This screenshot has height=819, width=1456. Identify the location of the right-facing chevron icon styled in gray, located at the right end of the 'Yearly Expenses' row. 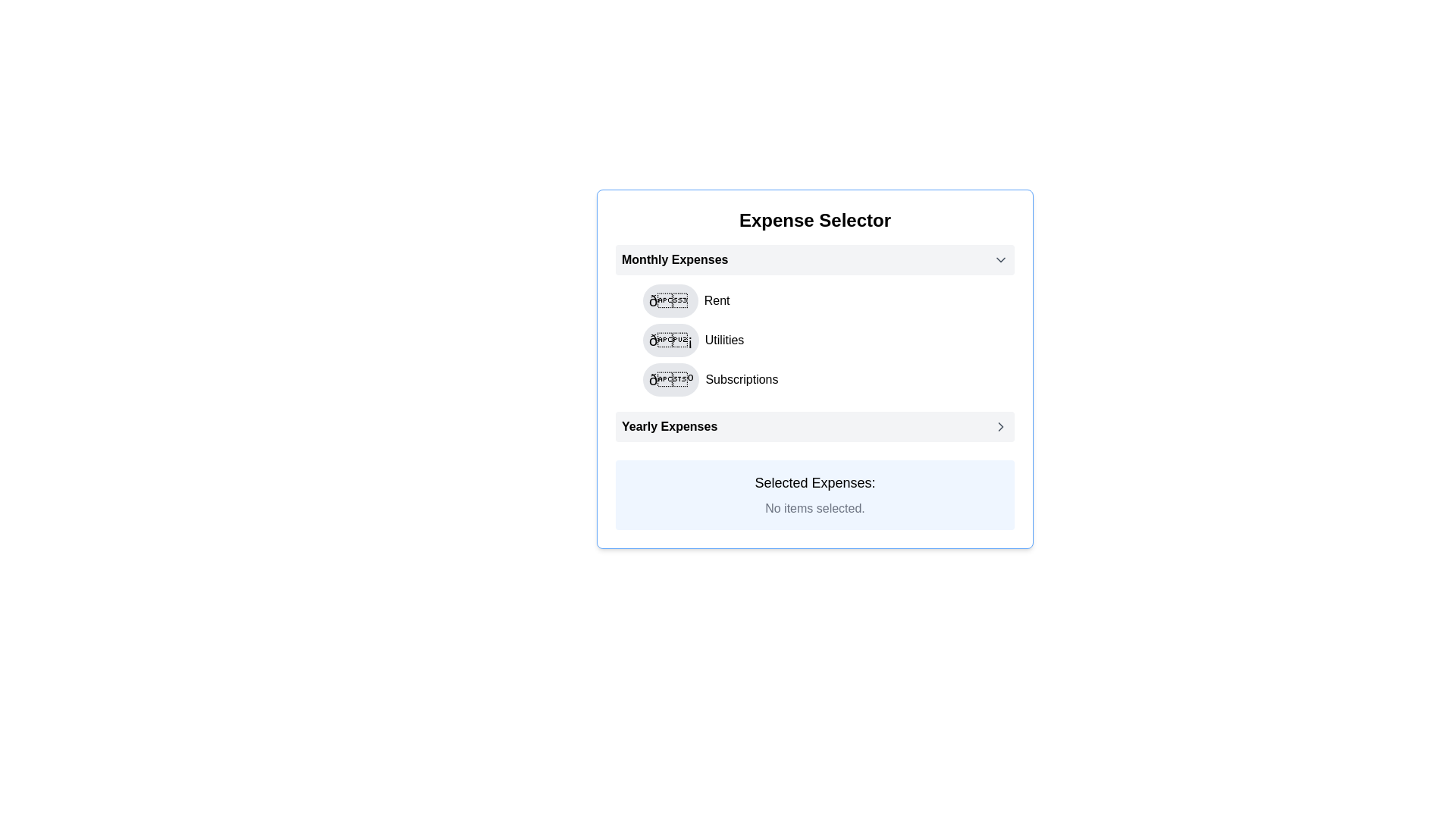
(1001, 427).